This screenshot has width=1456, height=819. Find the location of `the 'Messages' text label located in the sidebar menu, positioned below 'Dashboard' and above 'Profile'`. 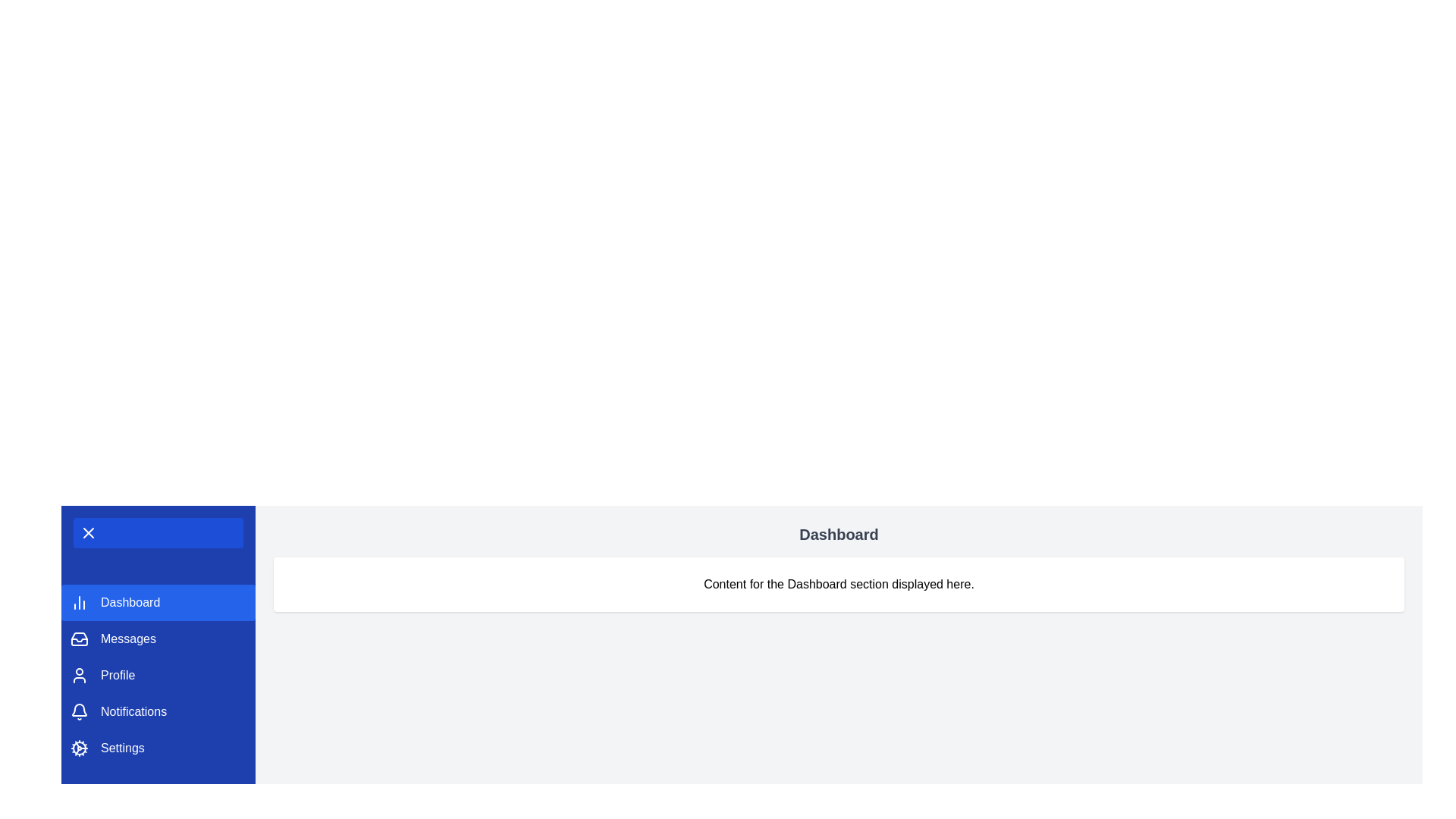

the 'Messages' text label located in the sidebar menu, positioned below 'Dashboard' and above 'Profile' is located at coordinates (128, 639).